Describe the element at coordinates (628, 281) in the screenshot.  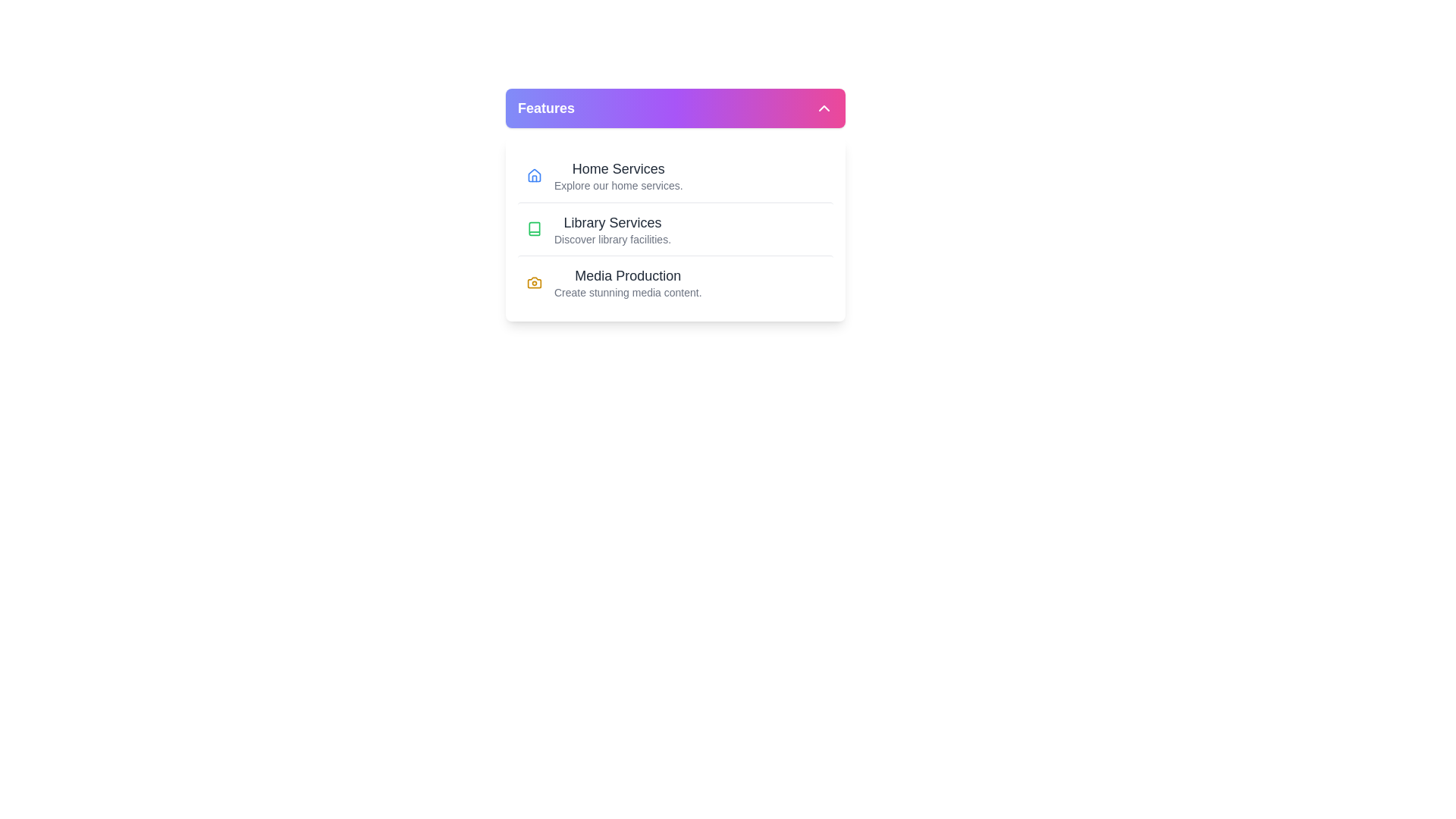
I see `the 'Media Production' text description in the menu list item to interact with it` at that location.